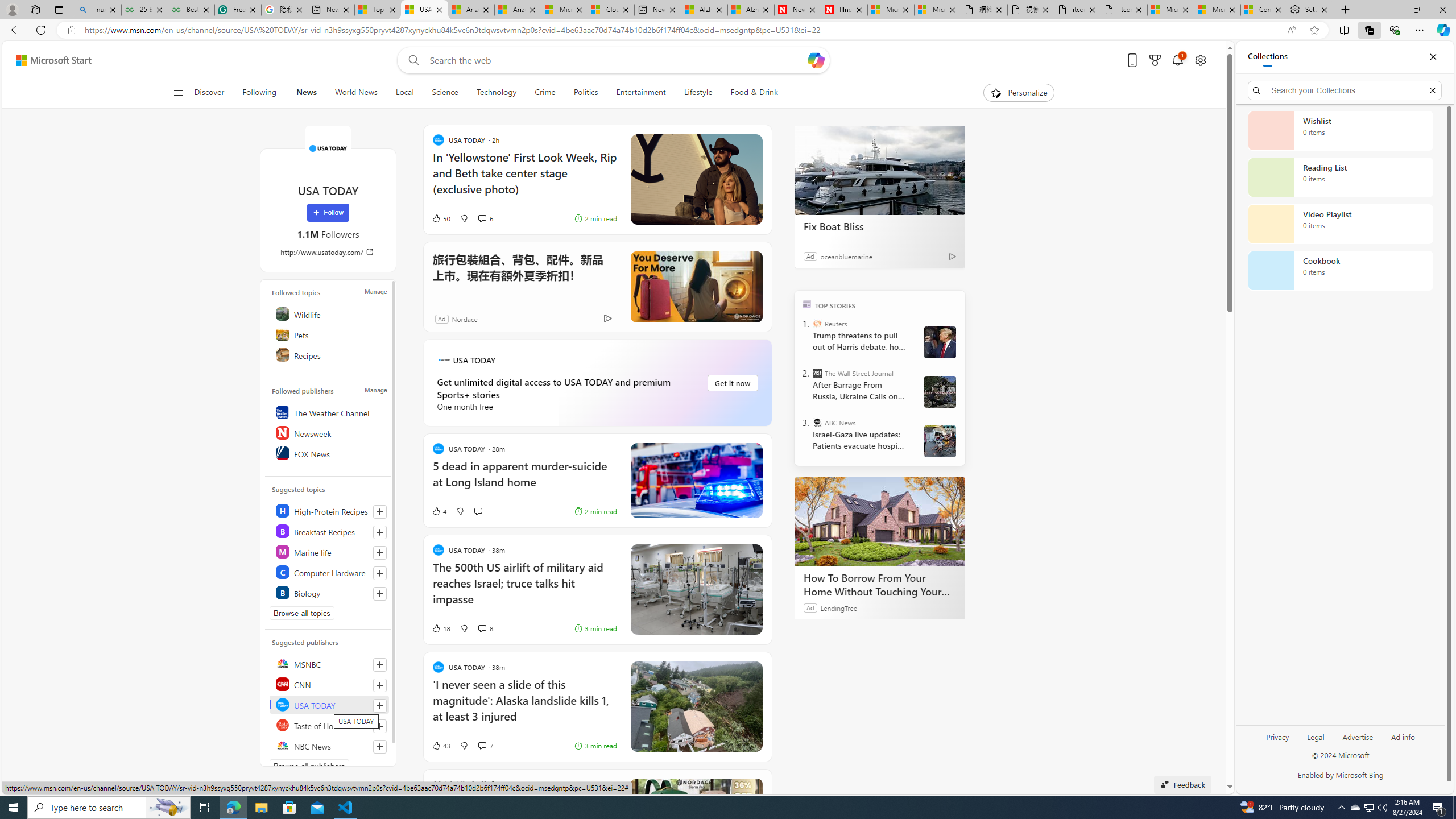 Image resolution: width=1456 pixels, height=819 pixels. Describe the element at coordinates (329, 412) in the screenshot. I see `'The Weather Channel'` at that location.